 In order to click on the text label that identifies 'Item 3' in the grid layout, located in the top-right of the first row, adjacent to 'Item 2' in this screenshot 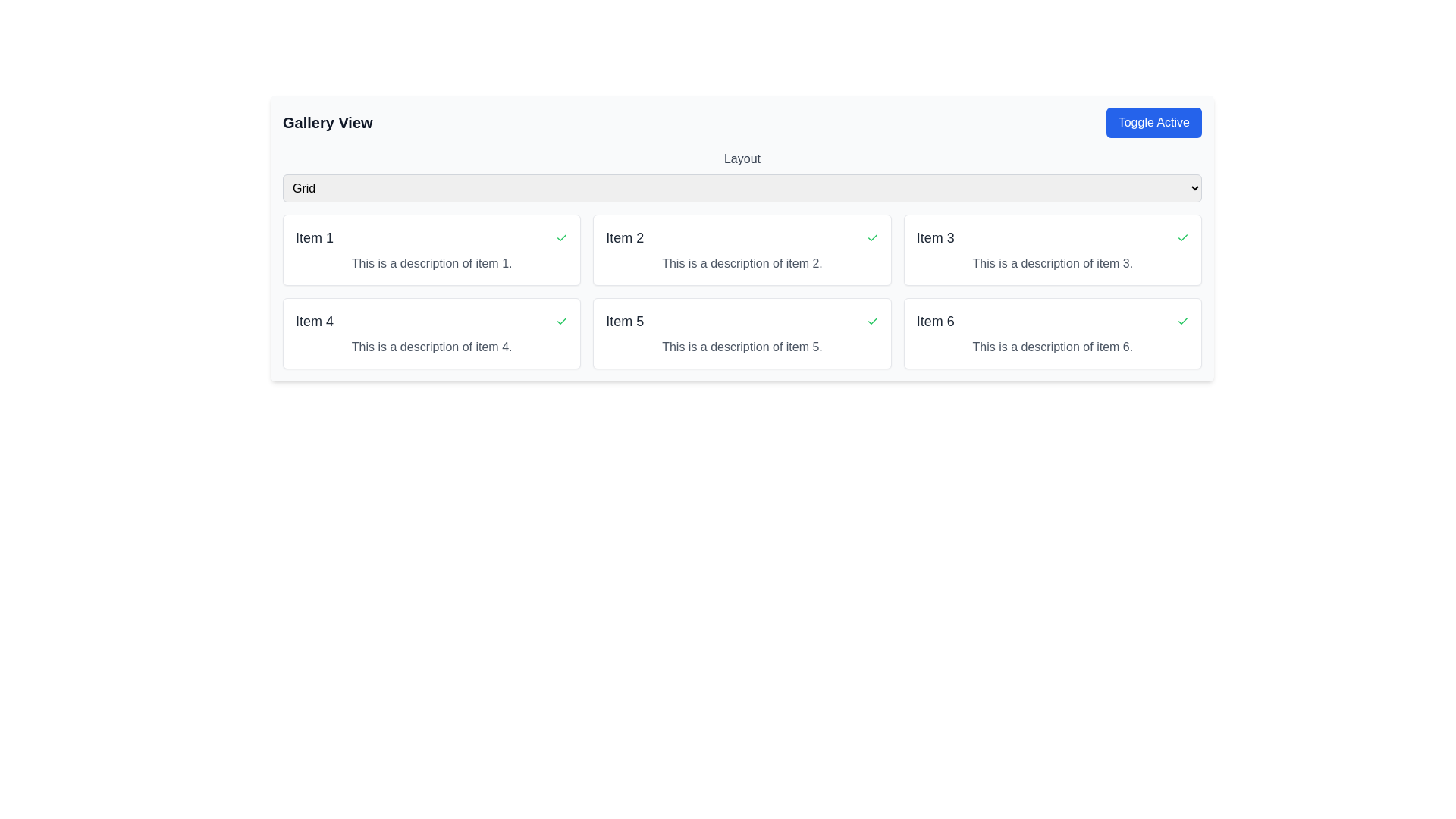, I will do `click(934, 237)`.